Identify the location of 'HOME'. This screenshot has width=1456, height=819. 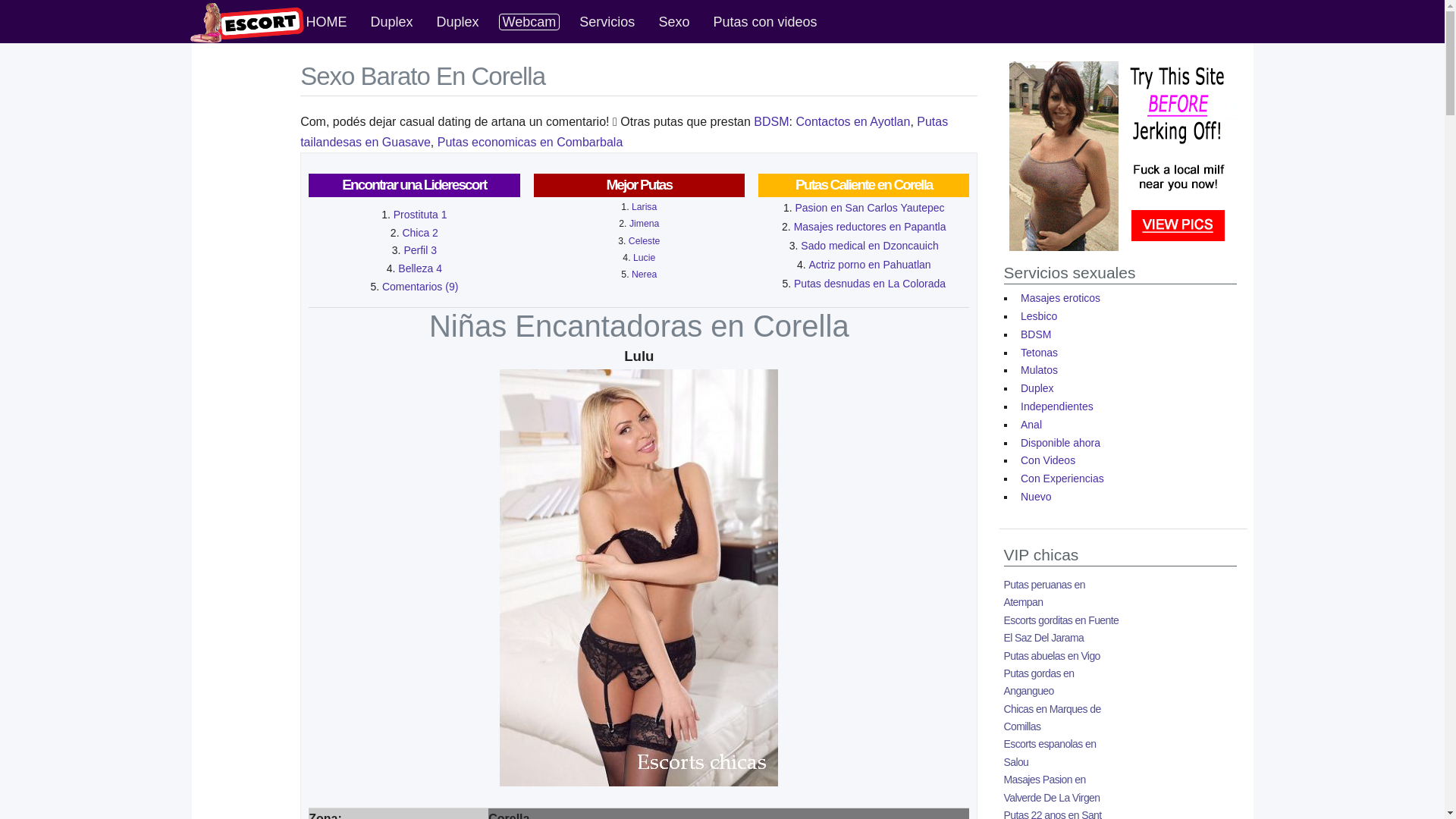
(326, 22).